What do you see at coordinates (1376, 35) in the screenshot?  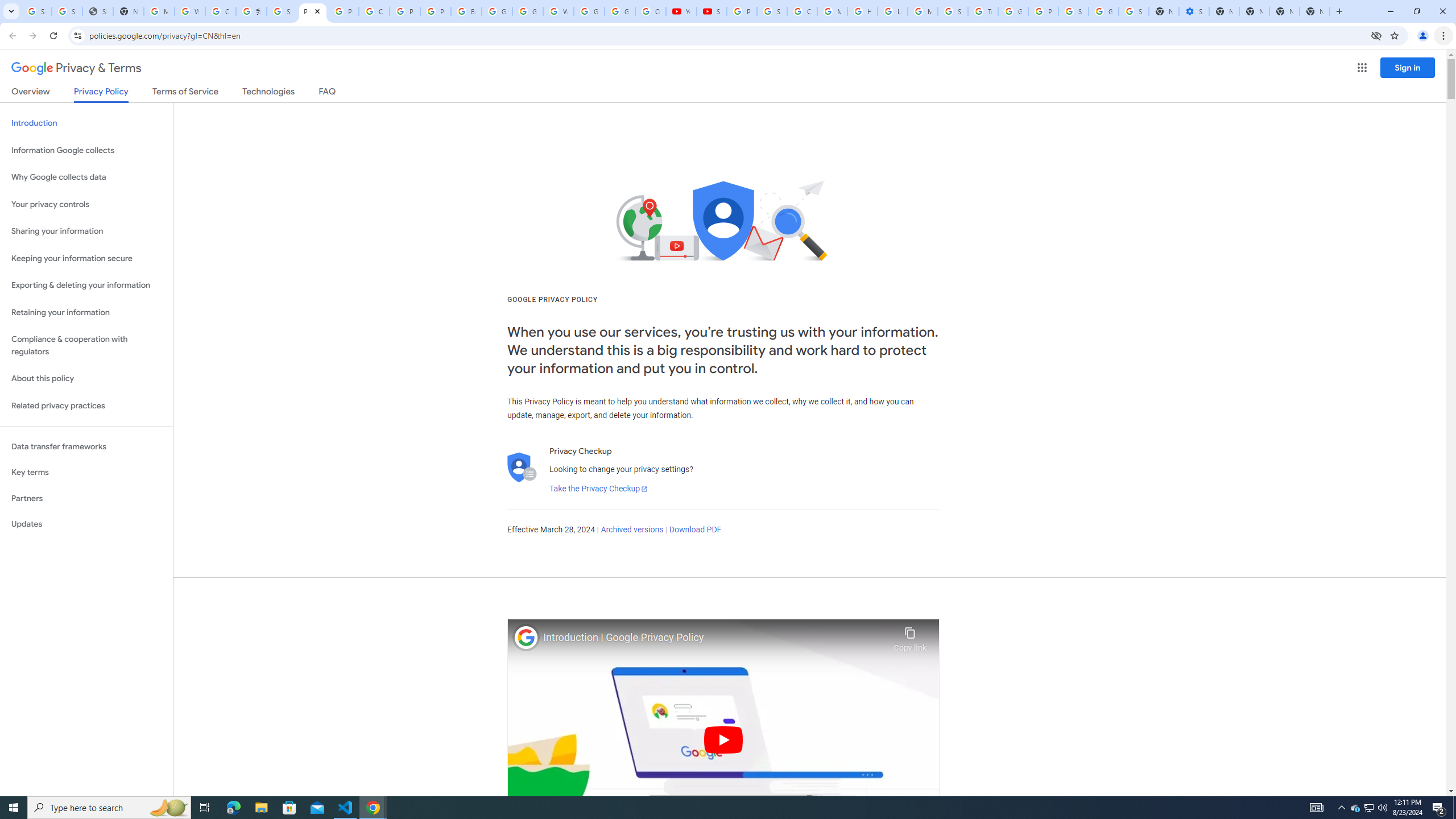 I see `'Third-party cookies blocked'` at bounding box center [1376, 35].